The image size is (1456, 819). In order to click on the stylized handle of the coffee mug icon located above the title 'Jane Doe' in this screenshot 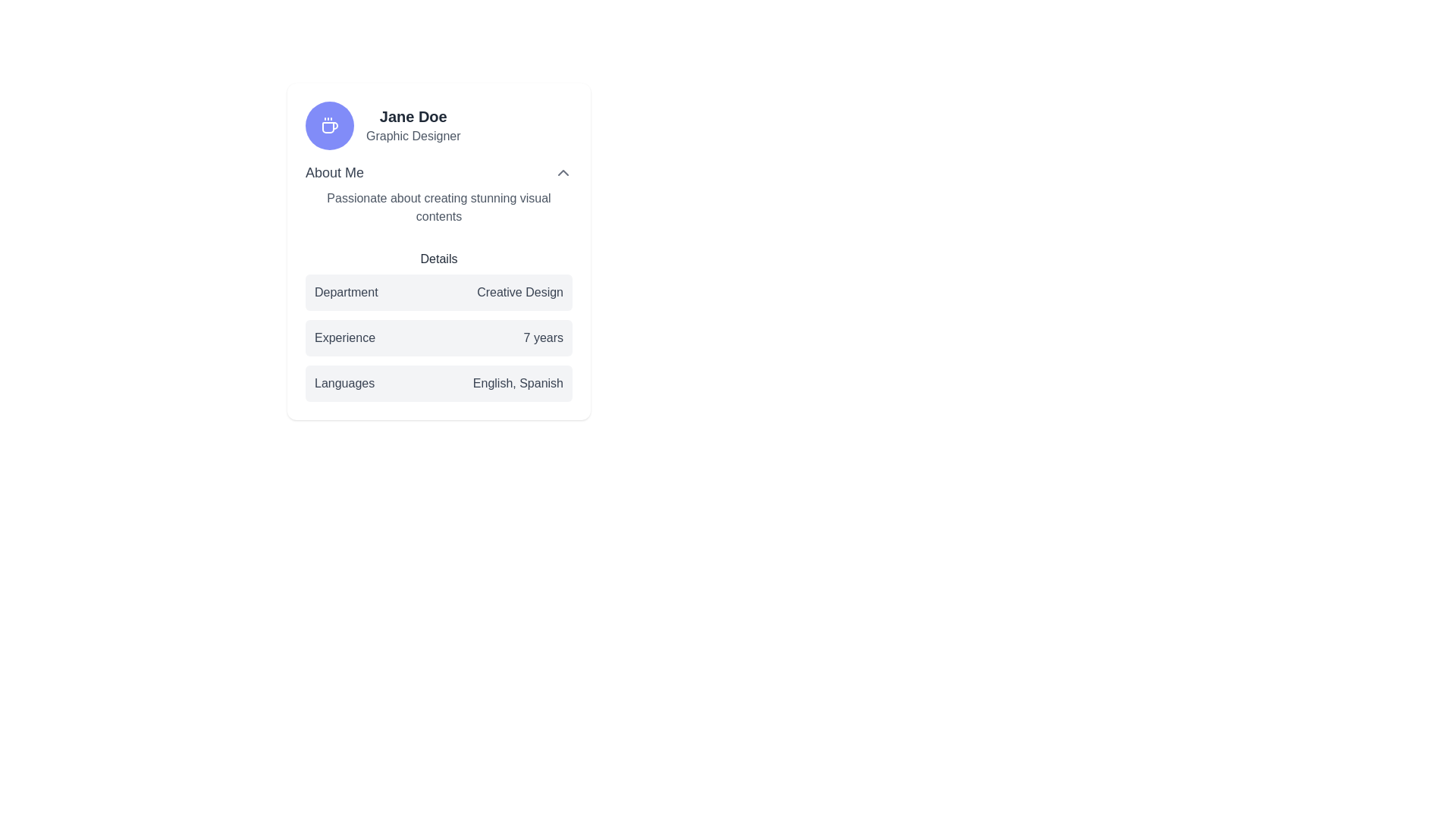, I will do `click(329, 127)`.